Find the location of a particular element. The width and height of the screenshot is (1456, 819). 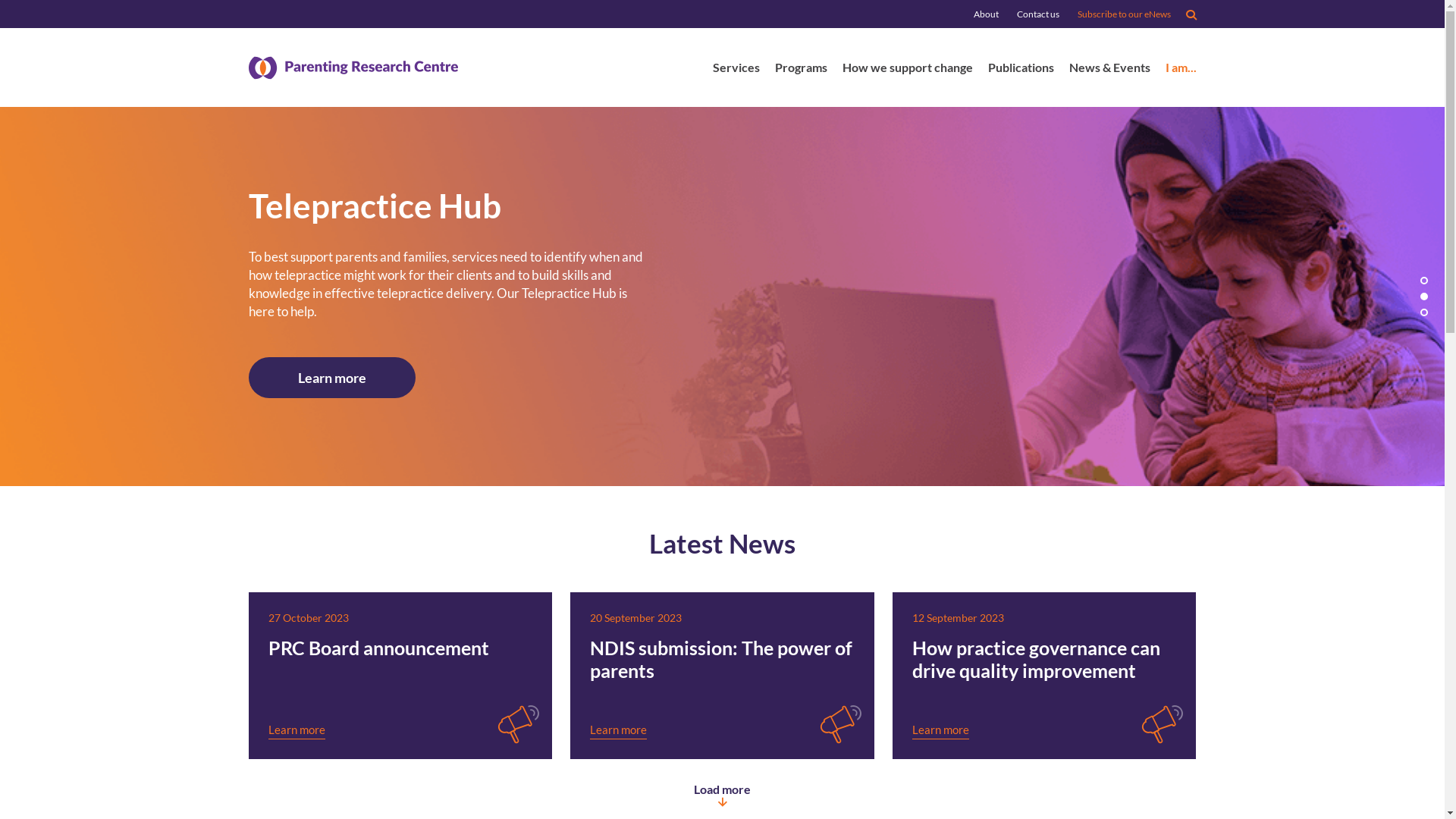

'Programs' is located at coordinates (800, 69).